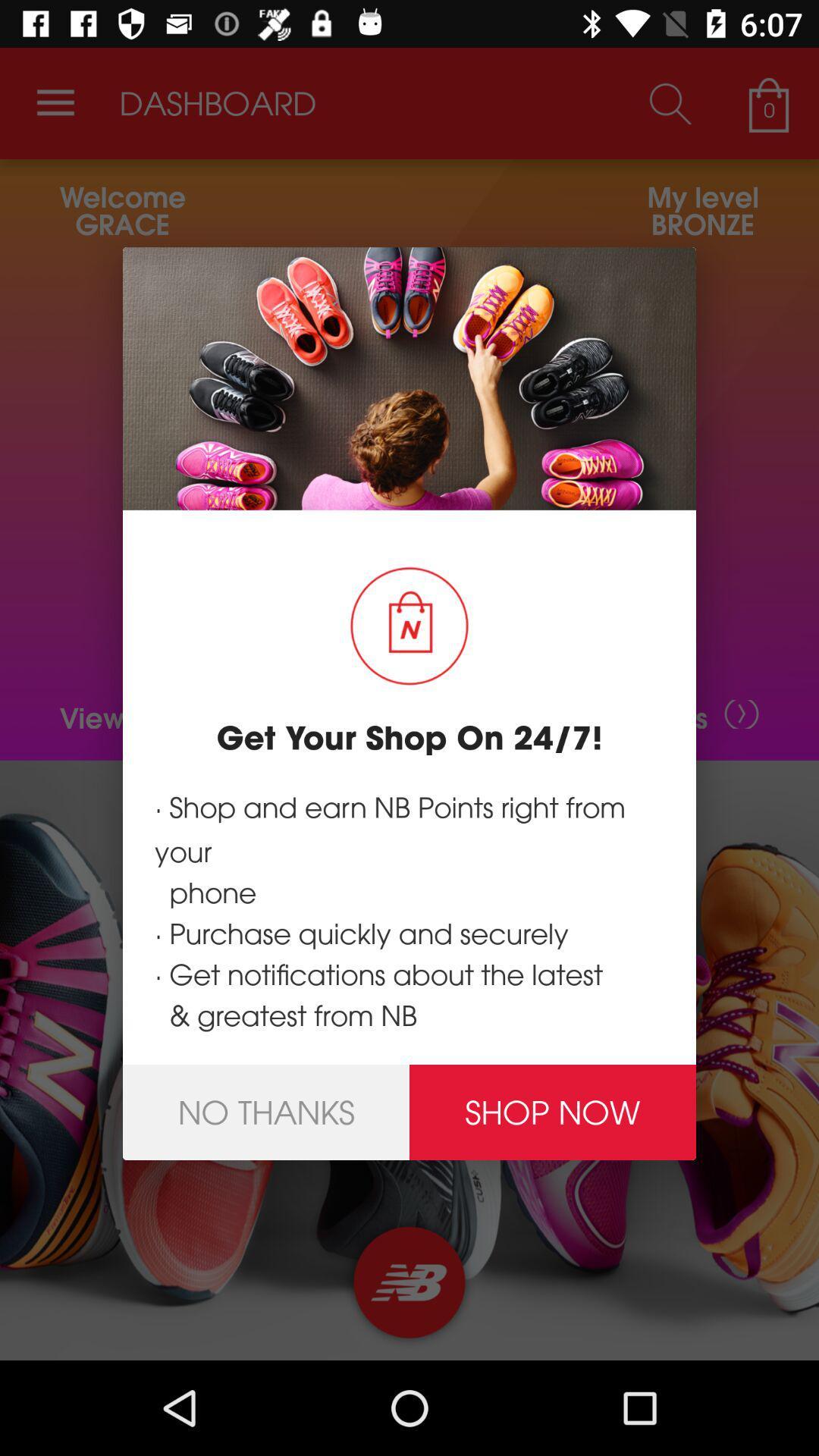  What do you see at coordinates (265, 1112) in the screenshot?
I see `icon below the shop and earn` at bounding box center [265, 1112].